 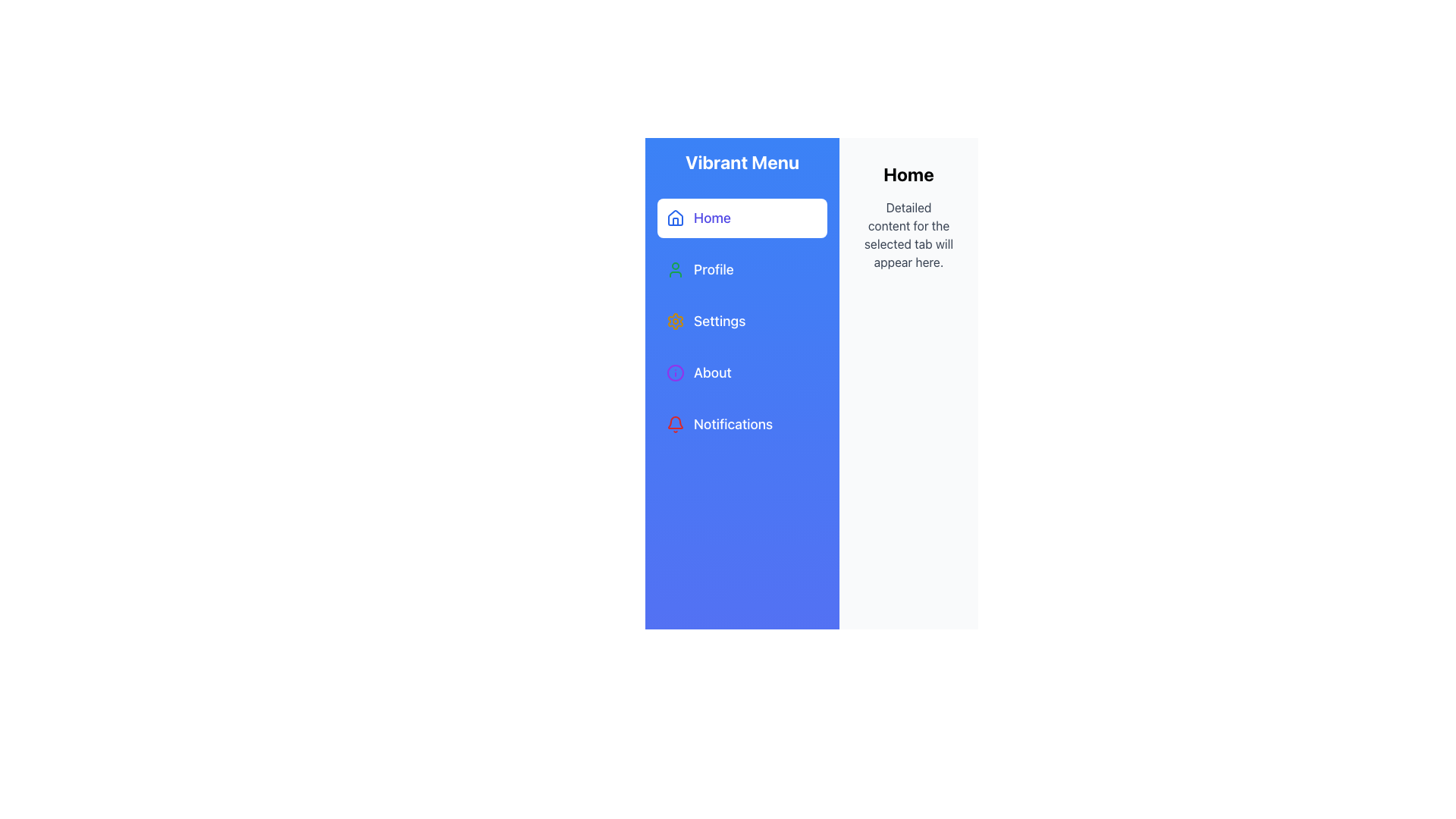 What do you see at coordinates (742, 373) in the screenshot?
I see `the 'About' button located in the sidebar of the application to change its style` at bounding box center [742, 373].